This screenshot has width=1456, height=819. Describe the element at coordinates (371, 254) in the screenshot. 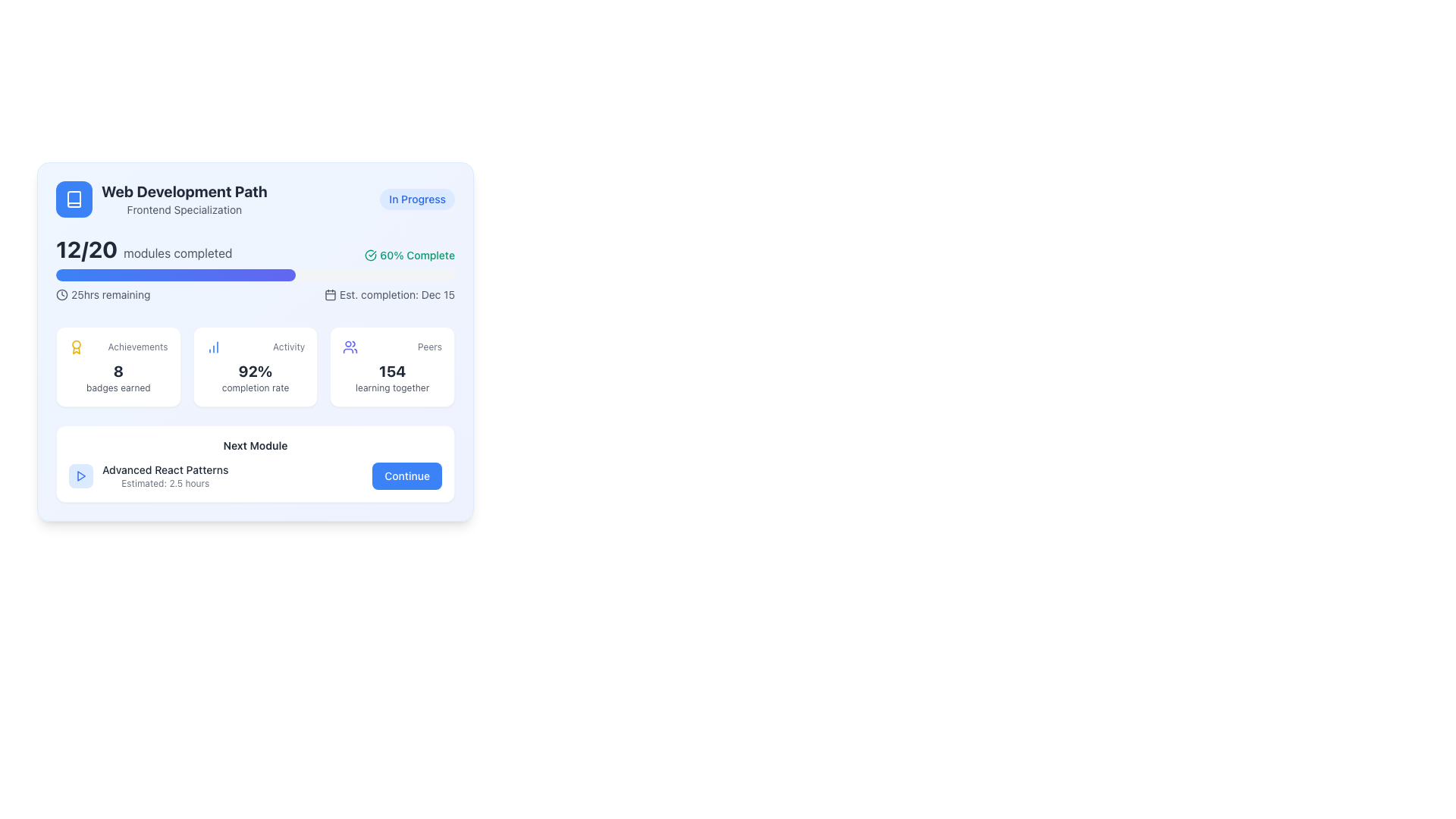

I see `the green checkmark icon located to the left of the text '60% Complete' in the progress metrics section` at that location.